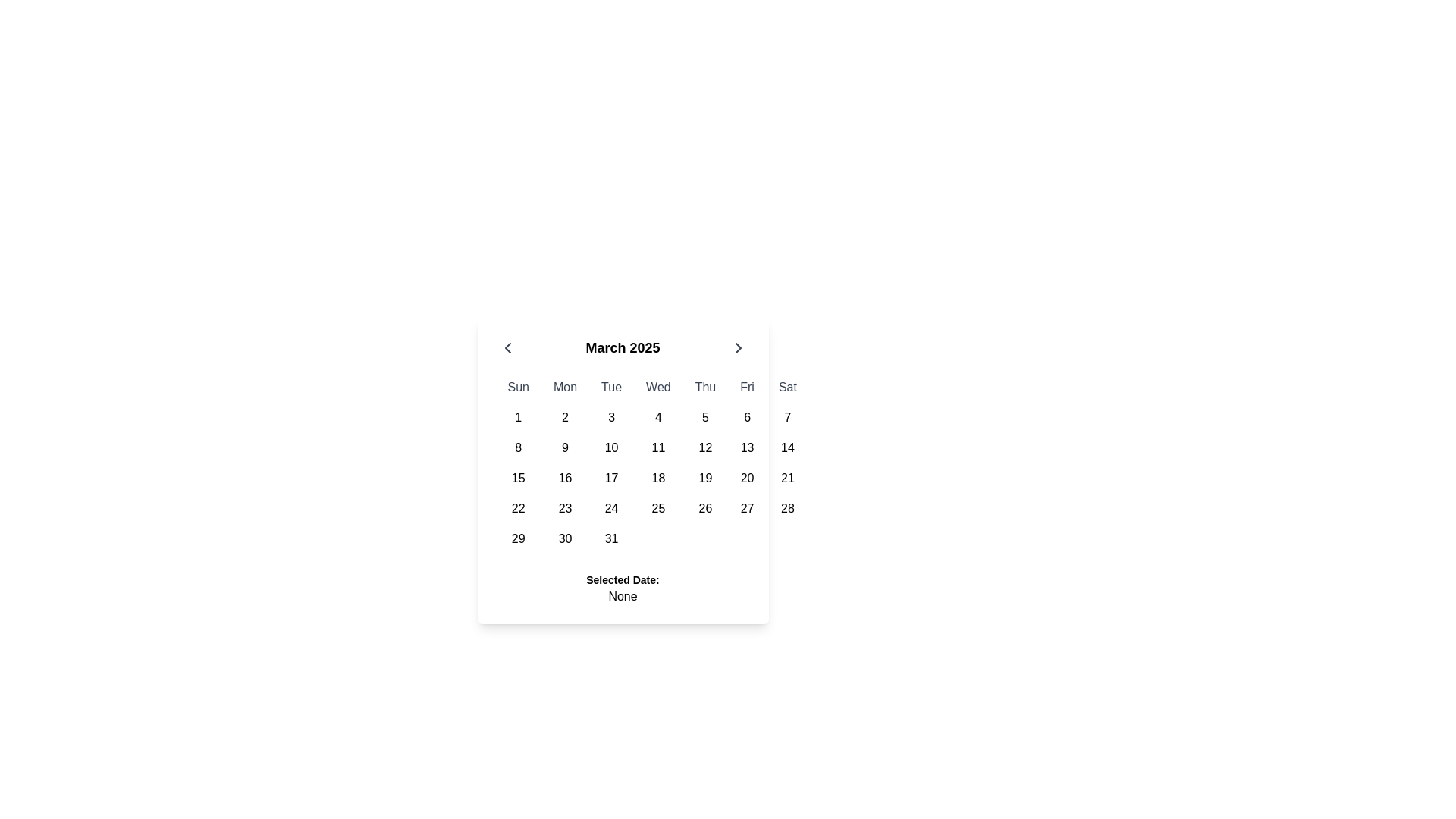 This screenshot has width=1456, height=819. What do you see at coordinates (611, 538) in the screenshot?
I see `the button-like selectable date element labeled '31'` at bounding box center [611, 538].